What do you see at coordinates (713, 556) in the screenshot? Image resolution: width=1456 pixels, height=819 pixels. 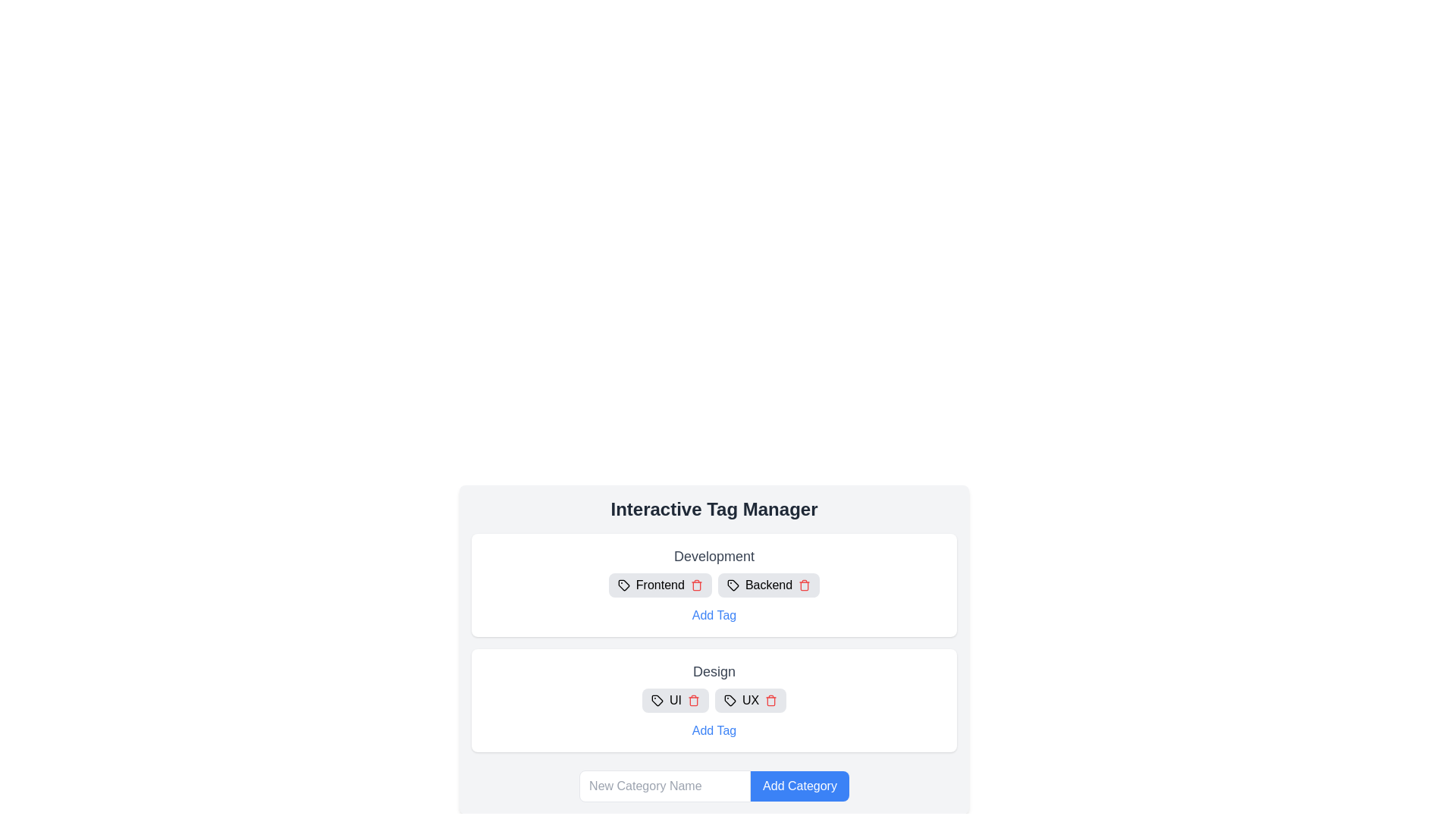 I see `the 'Development' text label, which categorizes the content within the associated card and is positioned above the 'Frontend' and 'Backend' tag buttons` at bounding box center [713, 556].